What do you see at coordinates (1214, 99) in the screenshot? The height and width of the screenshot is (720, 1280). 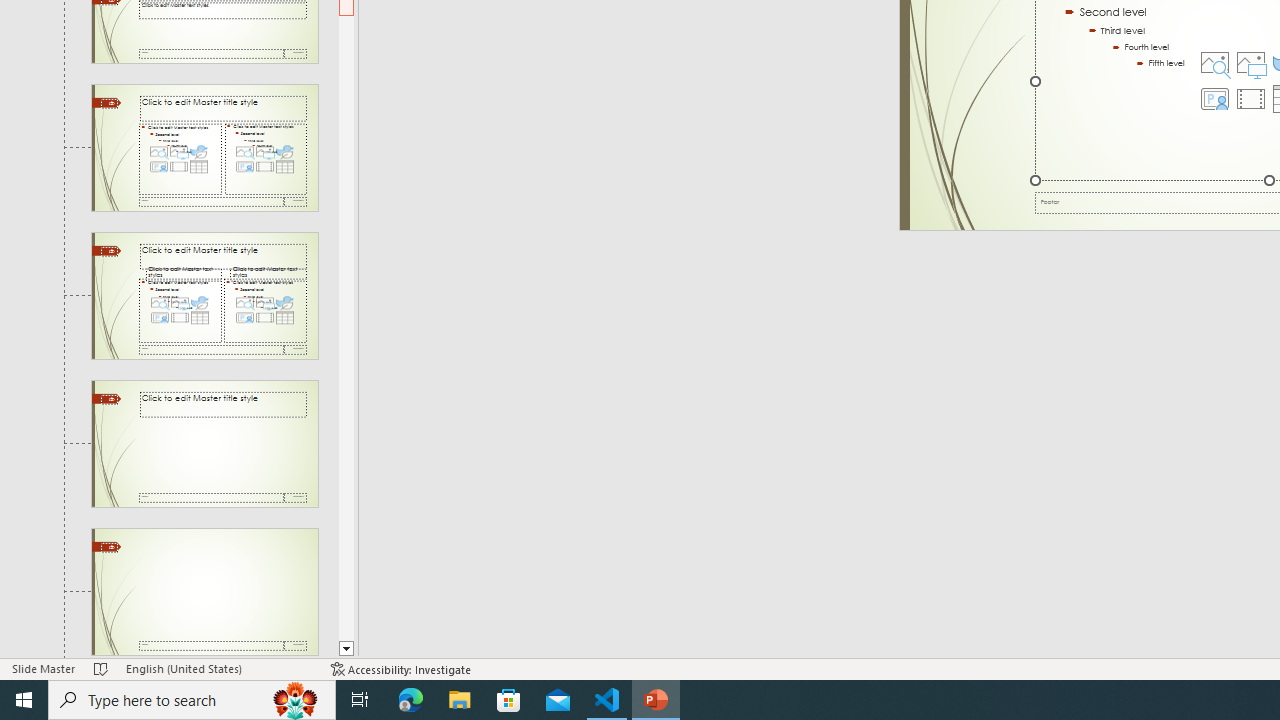 I see `'Insert Cameo'` at bounding box center [1214, 99].